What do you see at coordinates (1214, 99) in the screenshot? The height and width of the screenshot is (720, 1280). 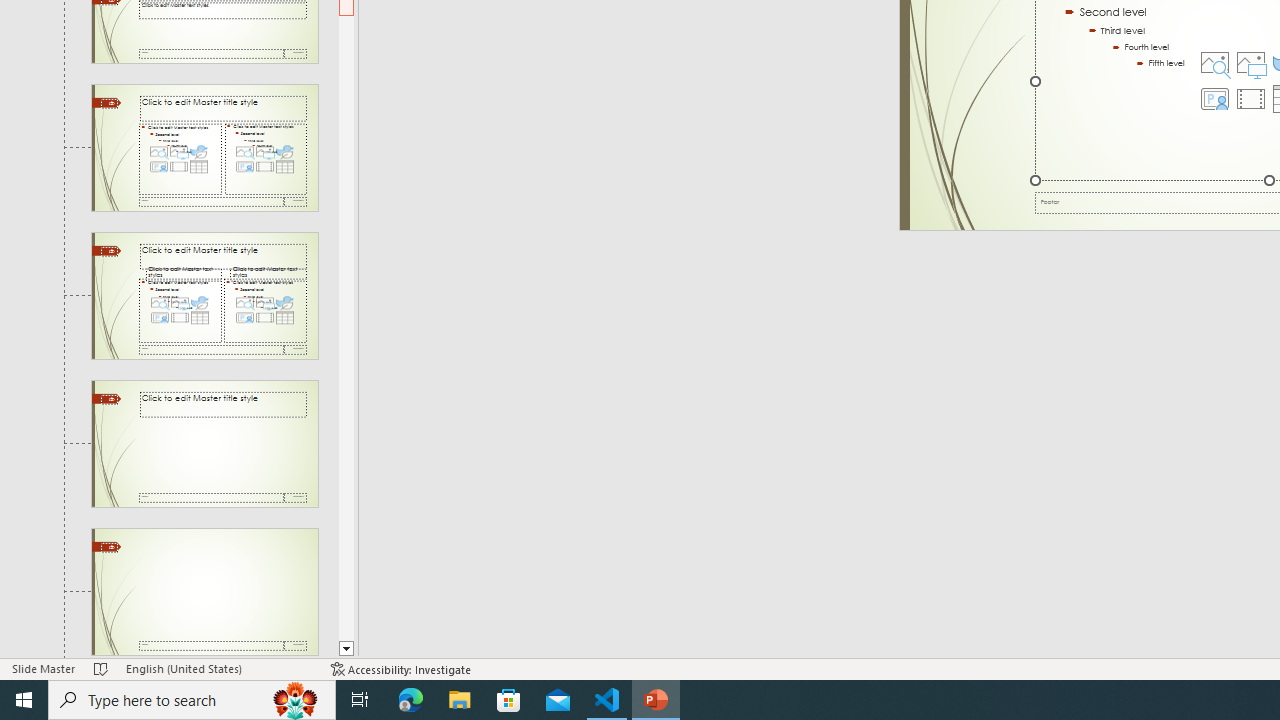 I see `'Insert Cameo'` at bounding box center [1214, 99].